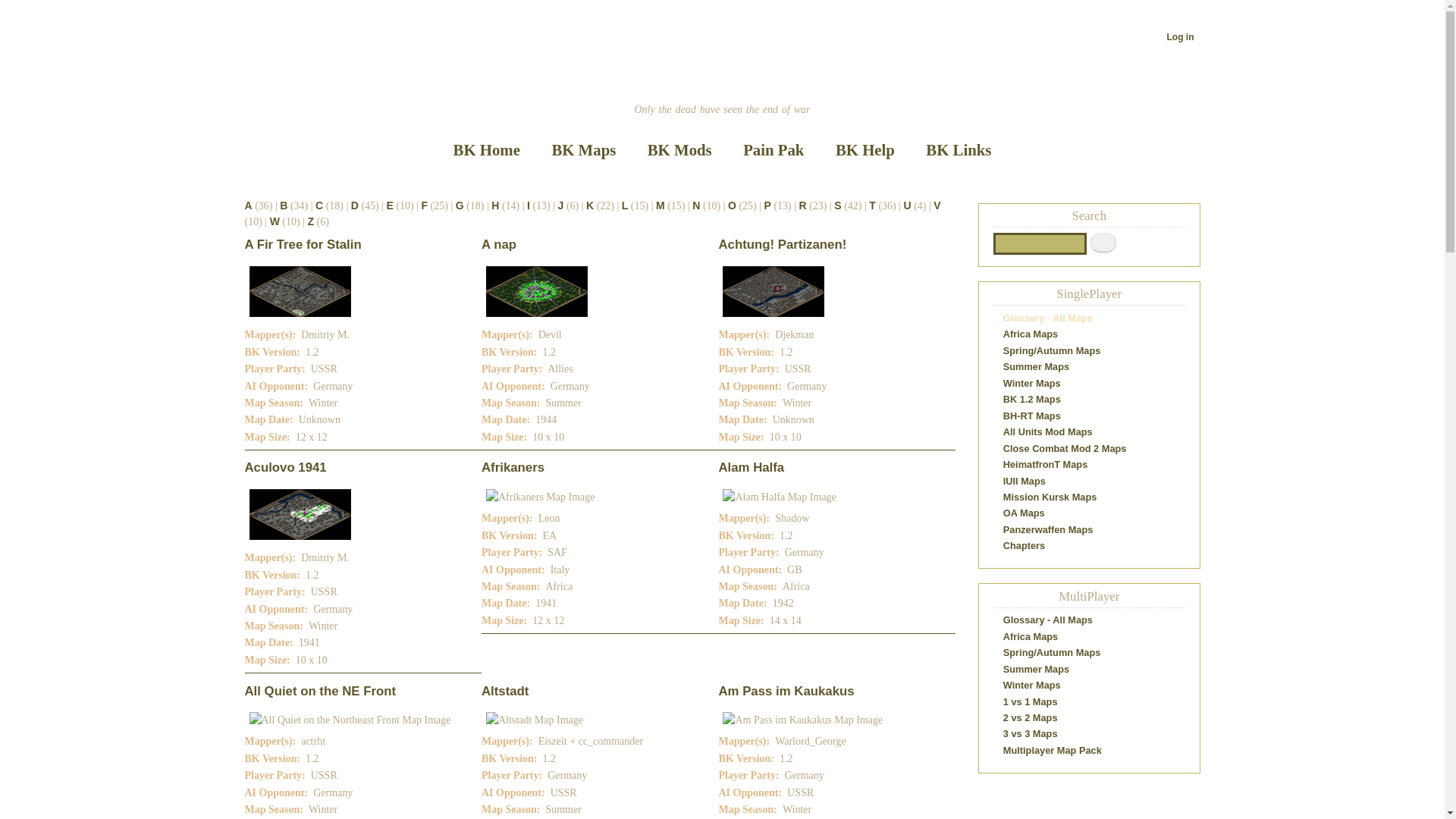 This screenshot has height=819, width=1456. Describe the element at coordinates (247, 205) in the screenshot. I see `'A'` at that location.